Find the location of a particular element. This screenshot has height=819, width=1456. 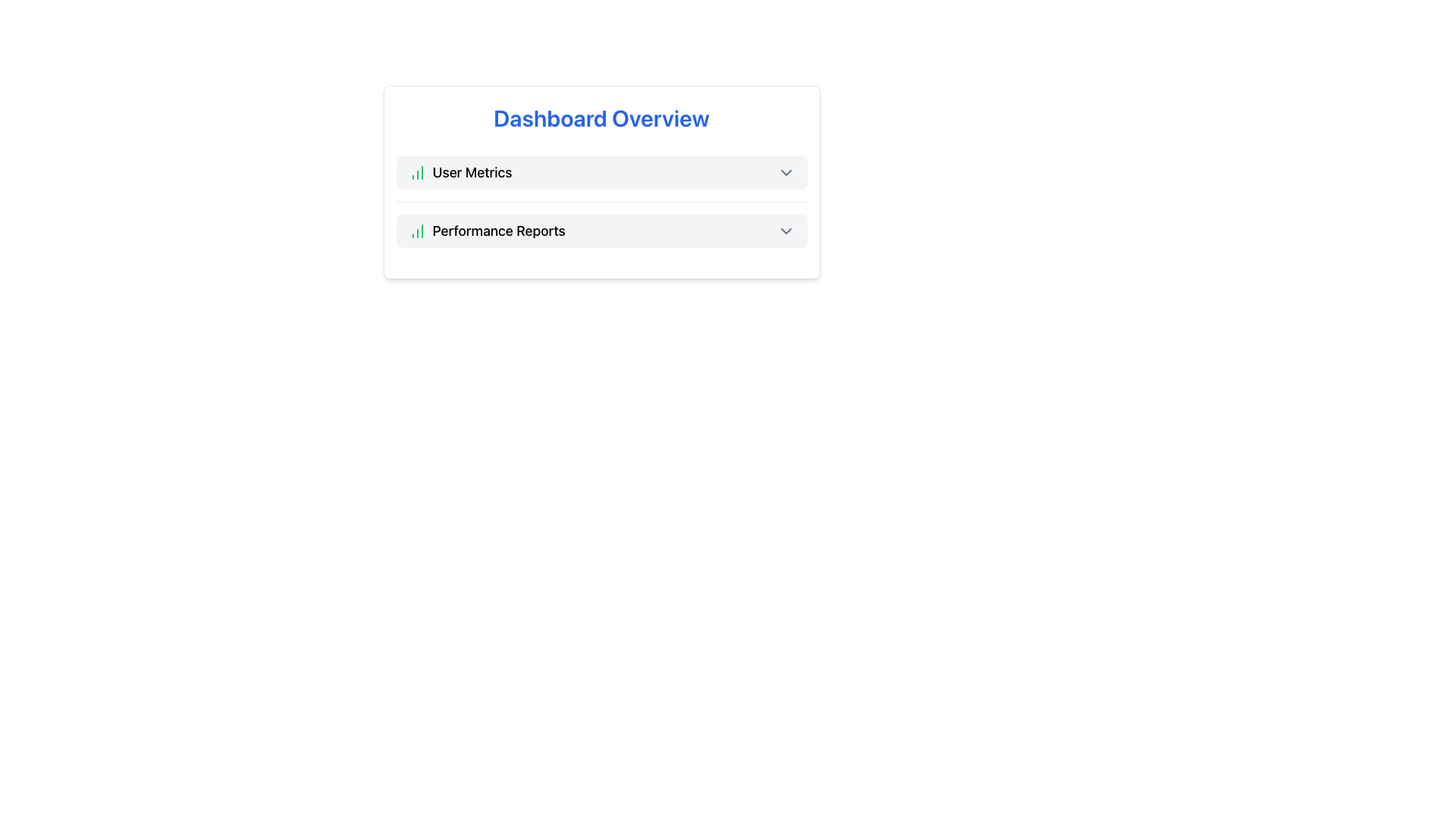

text displayed in the 'User Metrics' label, which is a dark text on a light background, located in the Dashboard Overview section is located at coordinates (471, 171).